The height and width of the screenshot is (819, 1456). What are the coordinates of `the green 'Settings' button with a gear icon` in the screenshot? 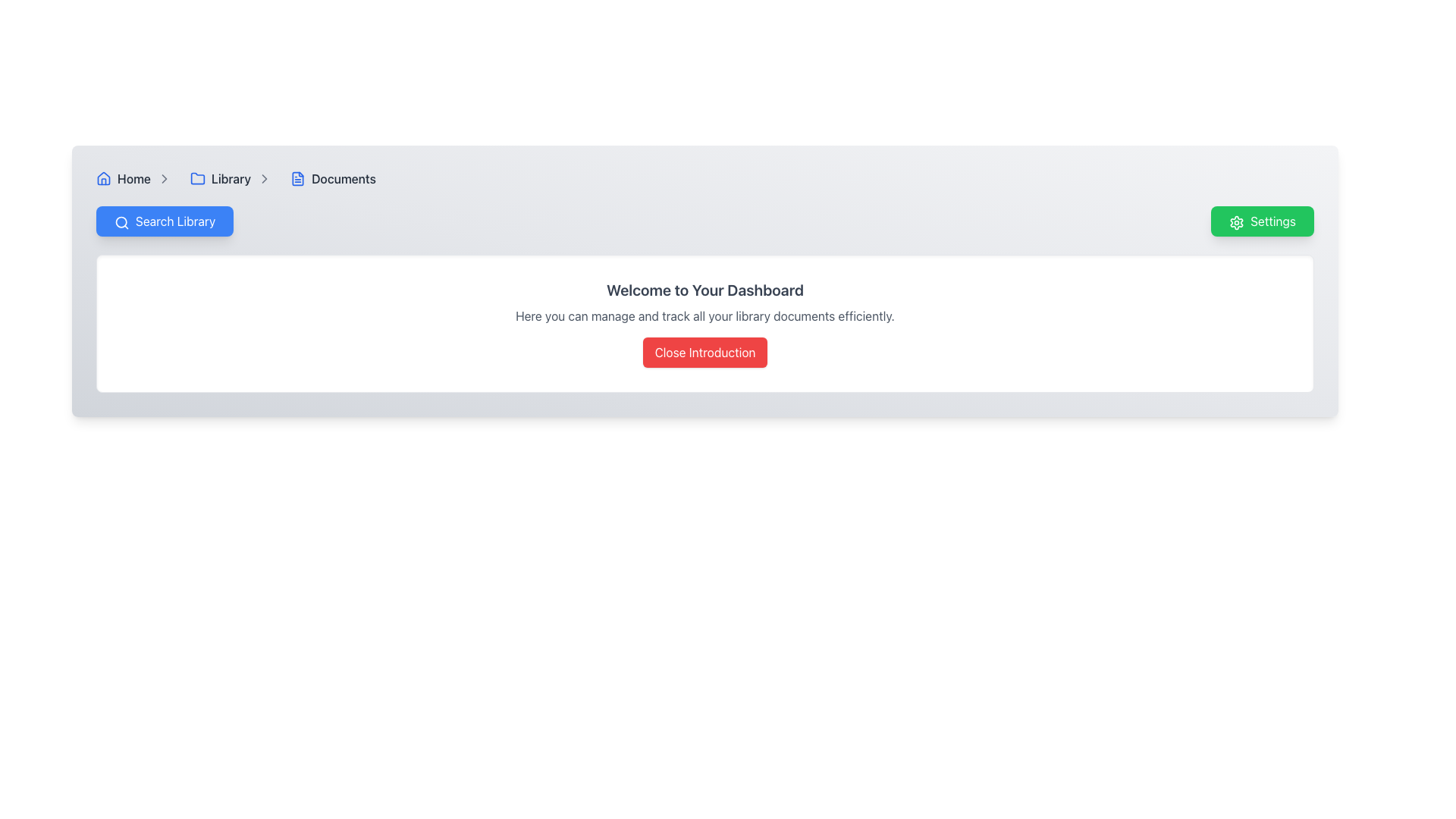 It's located at (1263, 221).